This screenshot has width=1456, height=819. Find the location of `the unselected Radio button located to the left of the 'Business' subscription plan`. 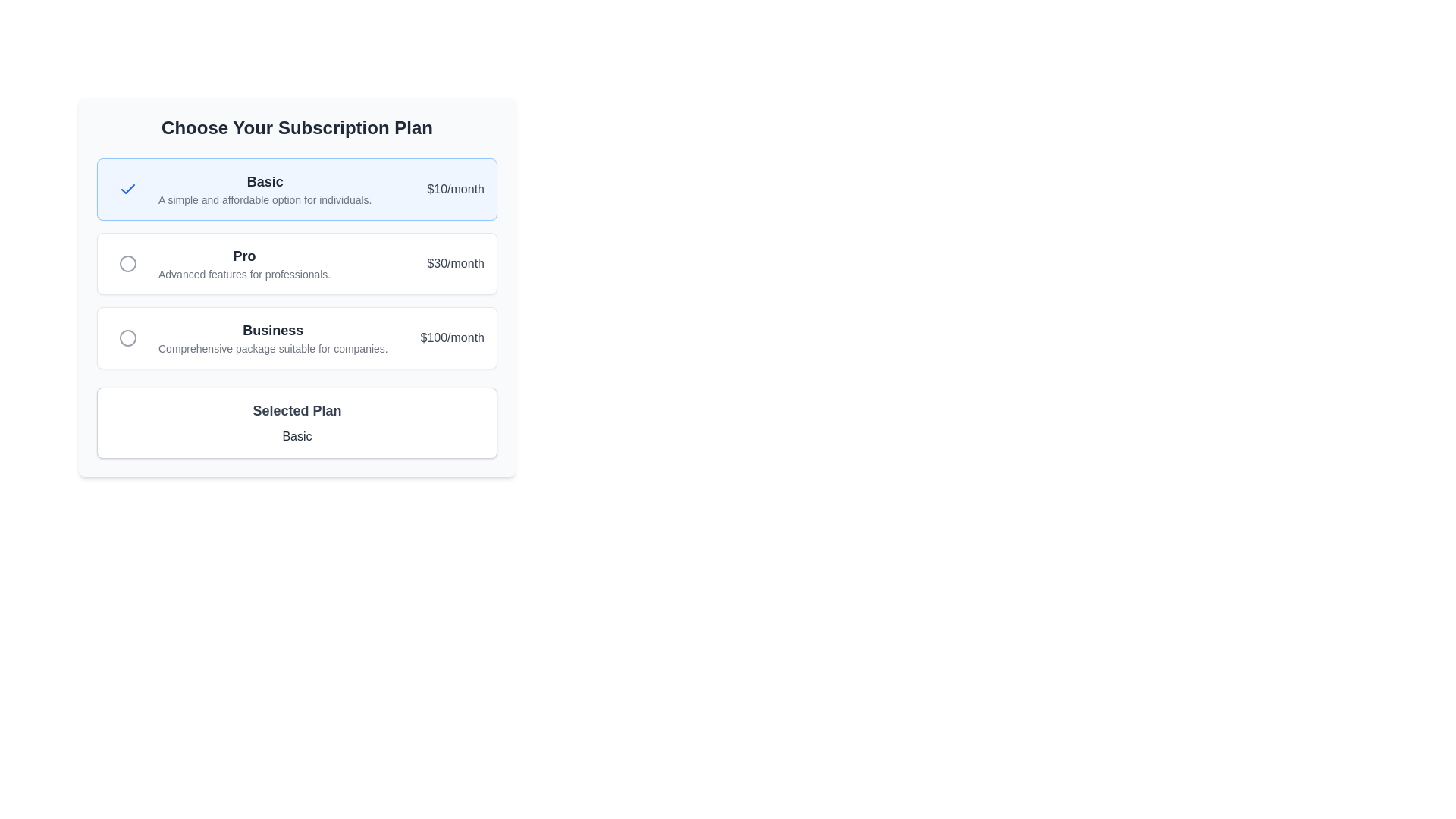

the unselected Radio button located to the left of the 'Business' subscription plan is located at coordinates (127, 337).